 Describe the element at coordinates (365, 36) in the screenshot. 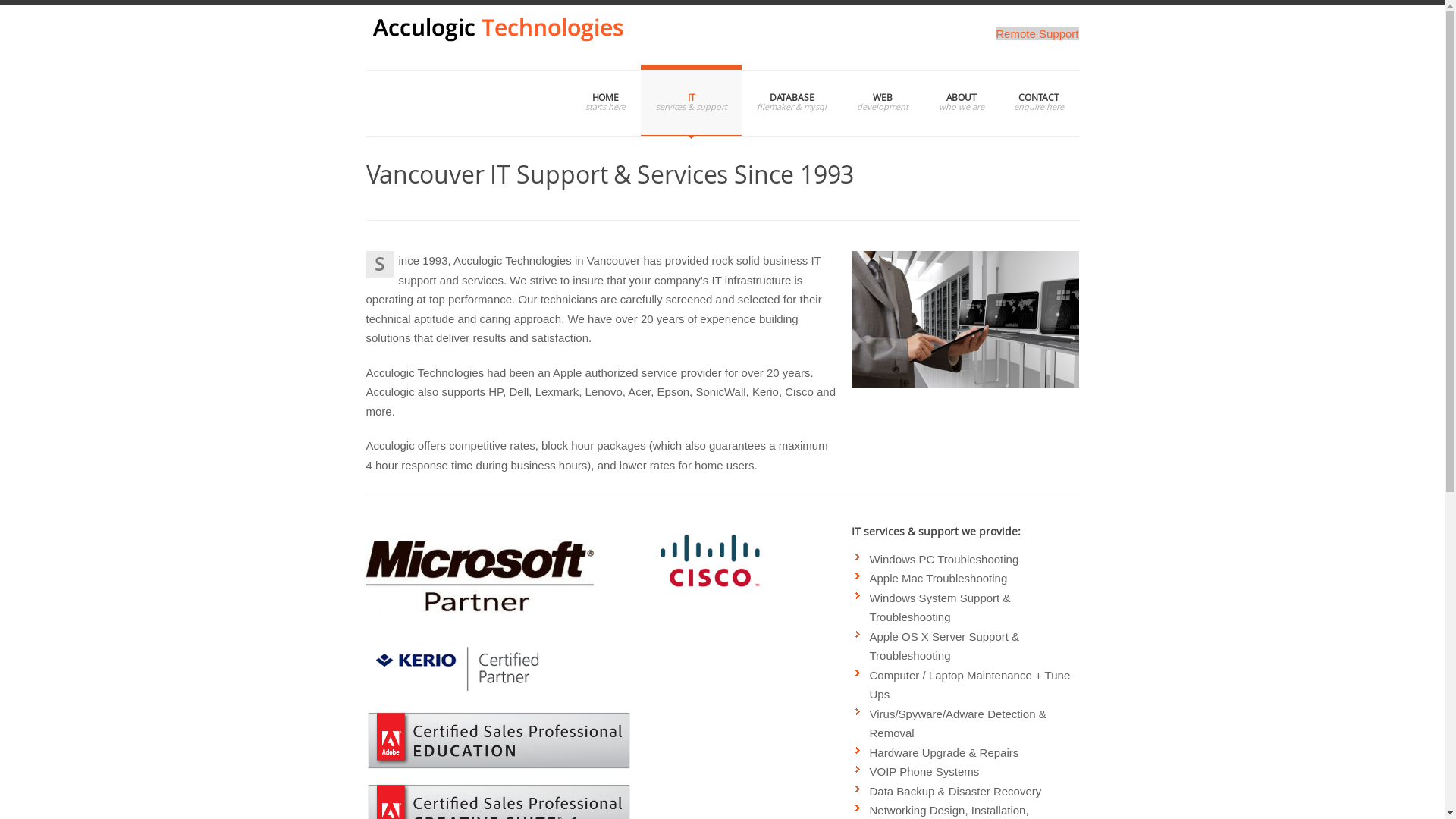

I see `'Acculogic Technologies'` at that location.